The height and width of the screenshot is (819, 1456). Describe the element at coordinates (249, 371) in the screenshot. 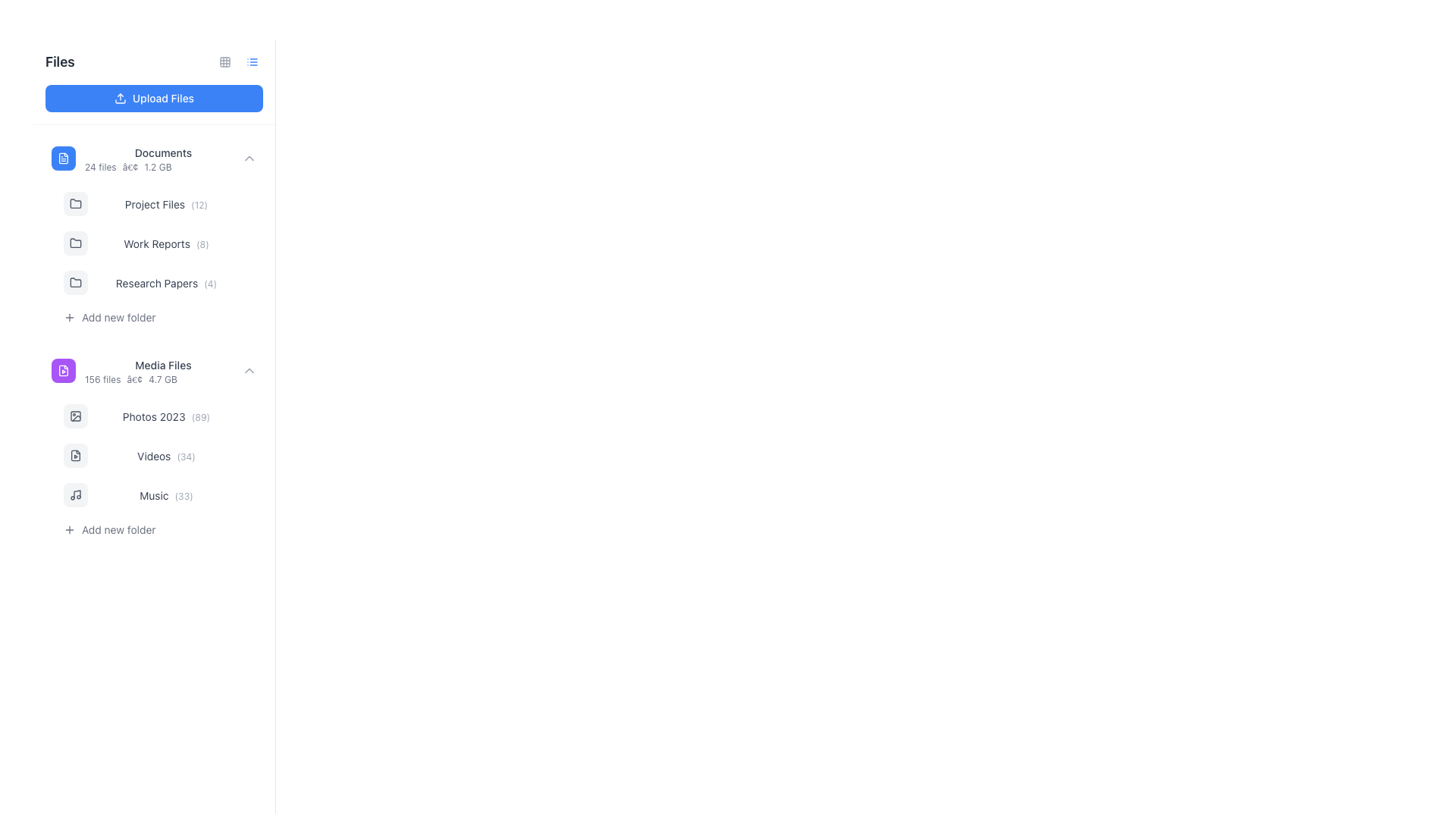

I see `the Chevron Icon (Toggle Indicator) at the rightmost position of the 'Media Files' row` at that location.